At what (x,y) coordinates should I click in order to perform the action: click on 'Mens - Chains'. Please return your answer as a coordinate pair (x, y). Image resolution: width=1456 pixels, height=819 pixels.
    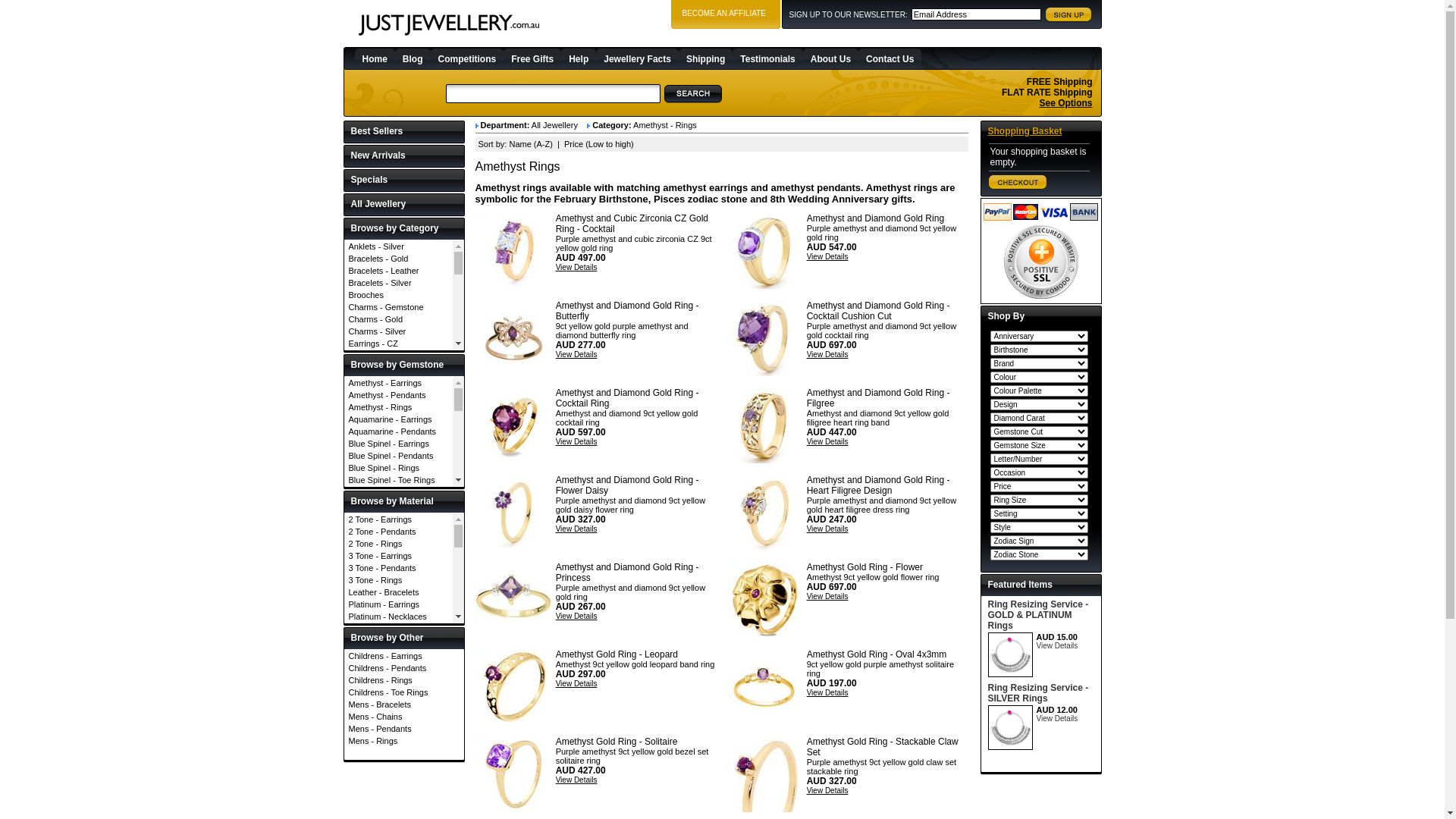
    Looking at the image, I should click on (403, 717).